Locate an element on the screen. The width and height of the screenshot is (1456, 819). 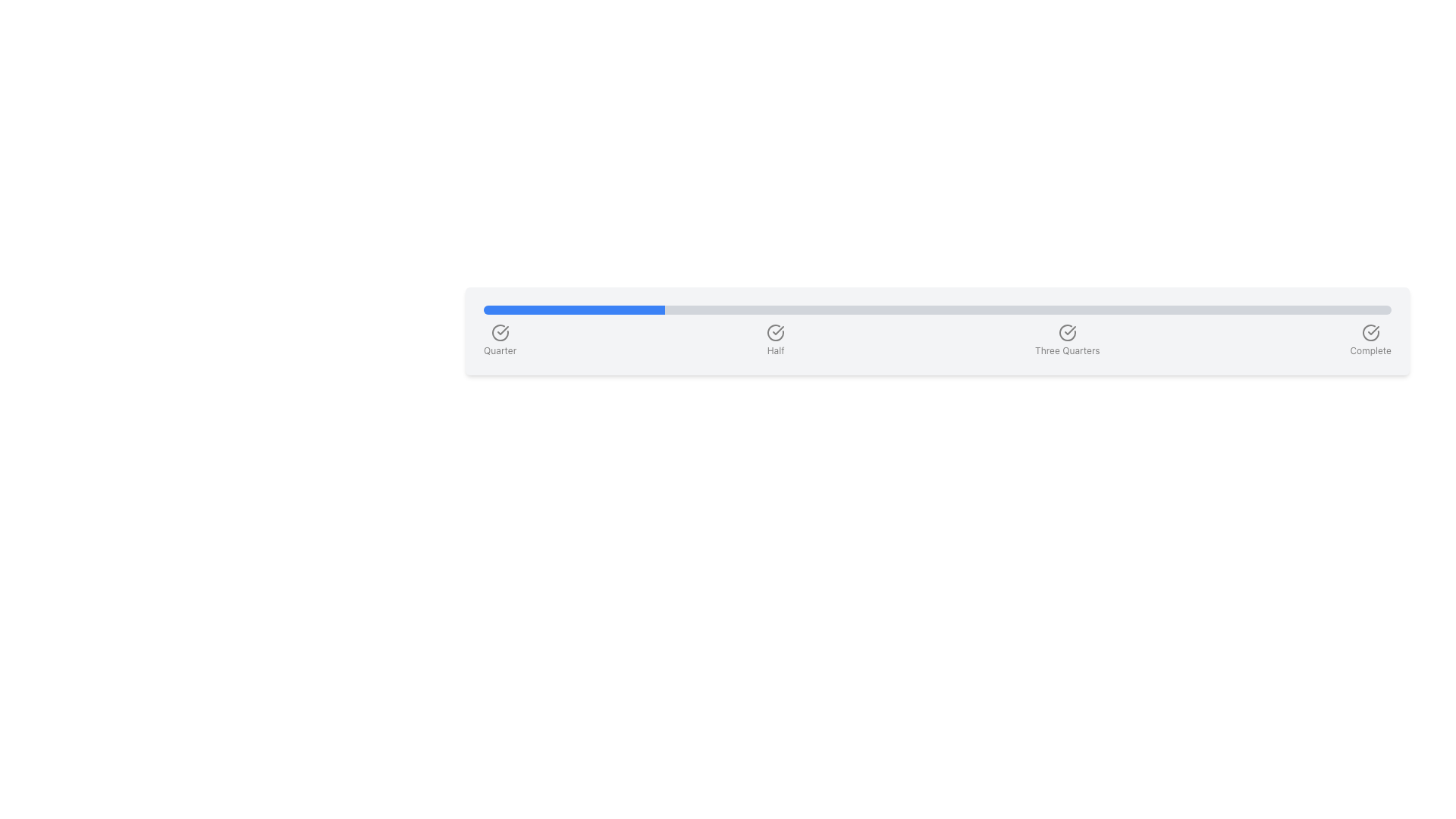
the first circular SVG icon indicating the completion of the 'Quarter' stage in the progress tracker is located at coordinates (500, 332).